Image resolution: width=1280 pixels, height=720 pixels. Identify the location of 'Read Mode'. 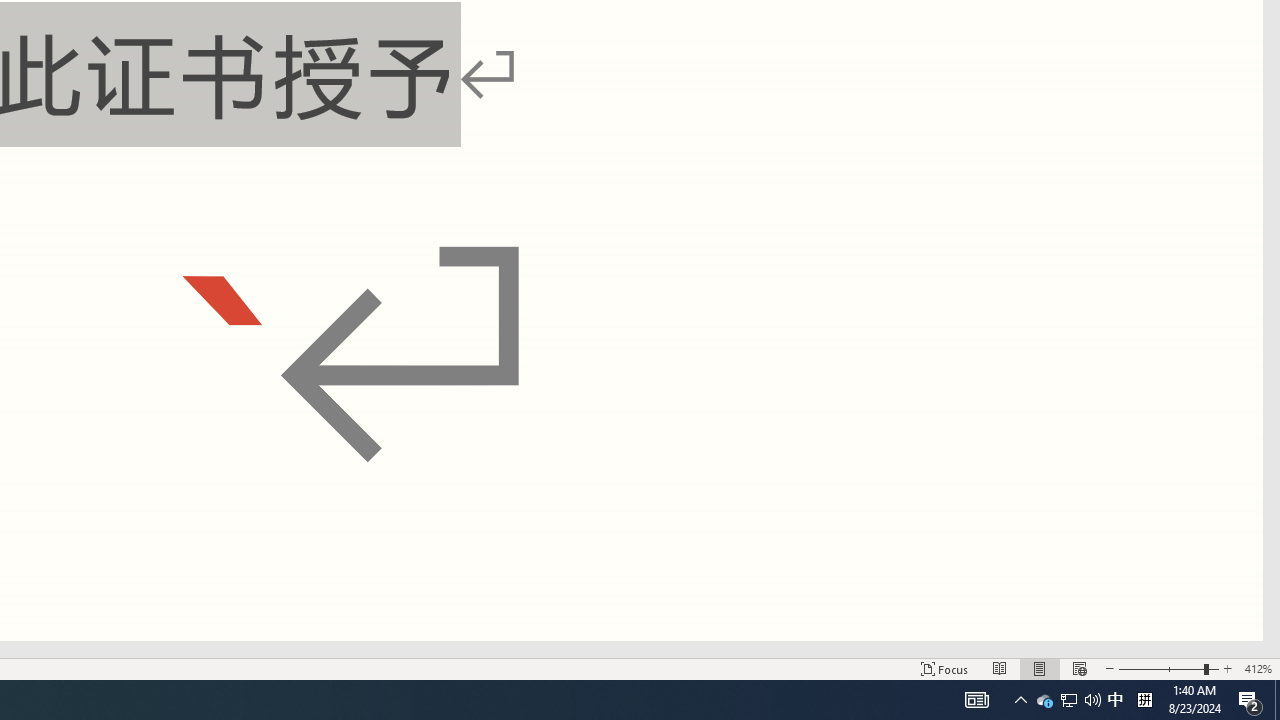
(1000, 669).